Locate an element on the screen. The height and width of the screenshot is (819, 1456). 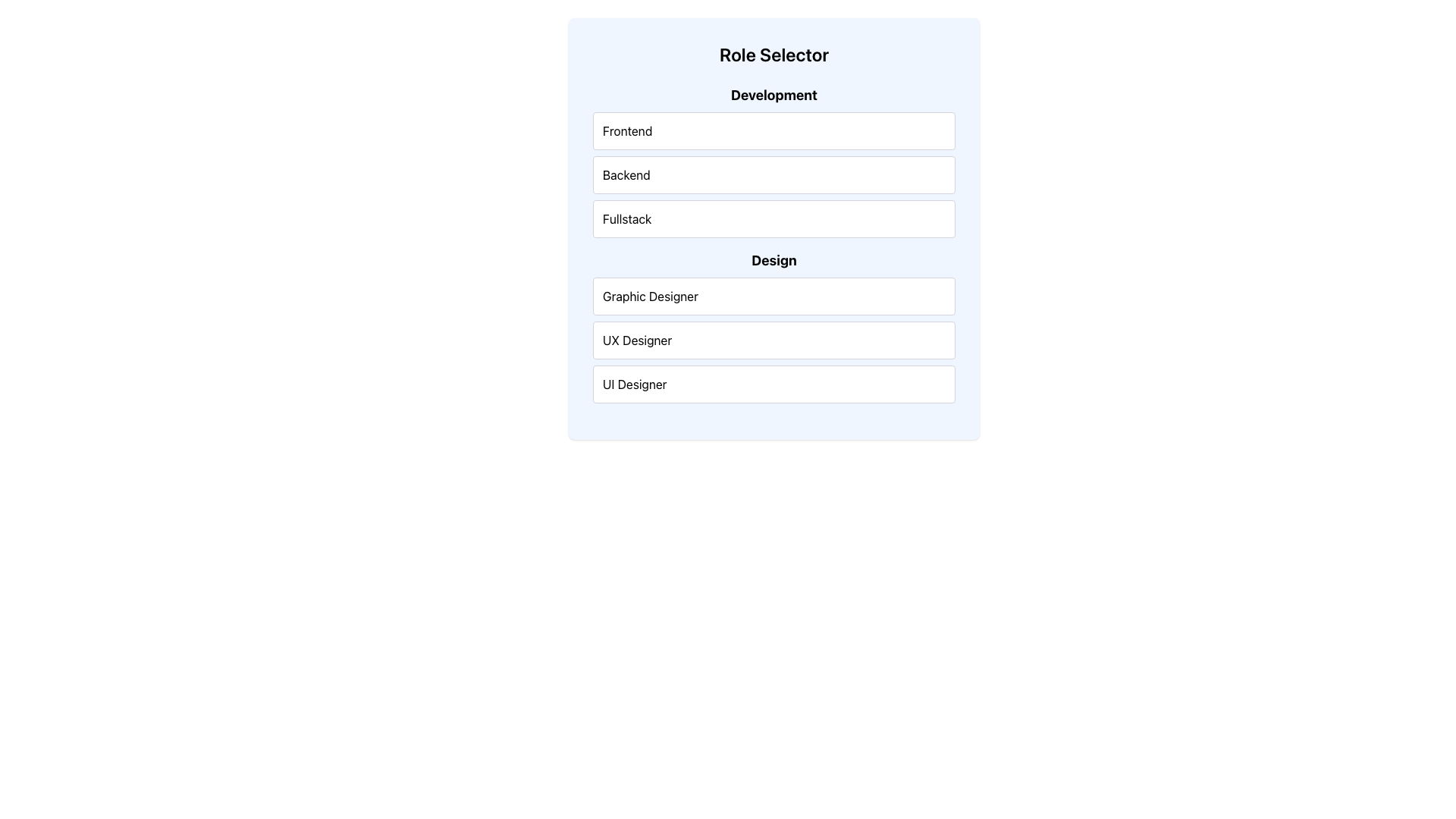
the first selectable option for the 'Frontend' role in the 'Development' category is located at coordinates (774, 130).